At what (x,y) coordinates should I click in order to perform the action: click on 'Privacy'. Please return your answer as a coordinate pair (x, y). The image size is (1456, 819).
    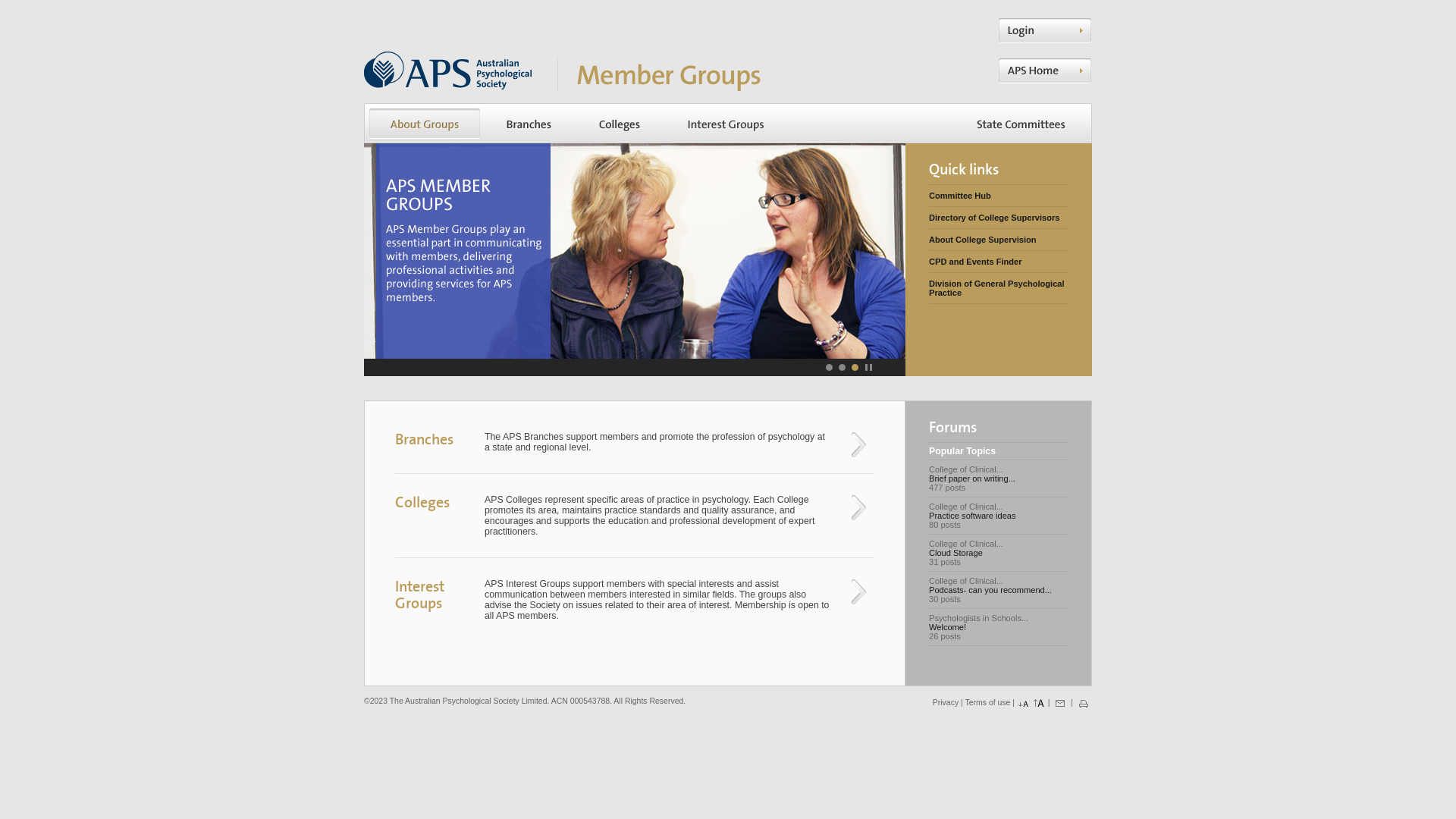
    Looking at the image, I should click on (945, 702).